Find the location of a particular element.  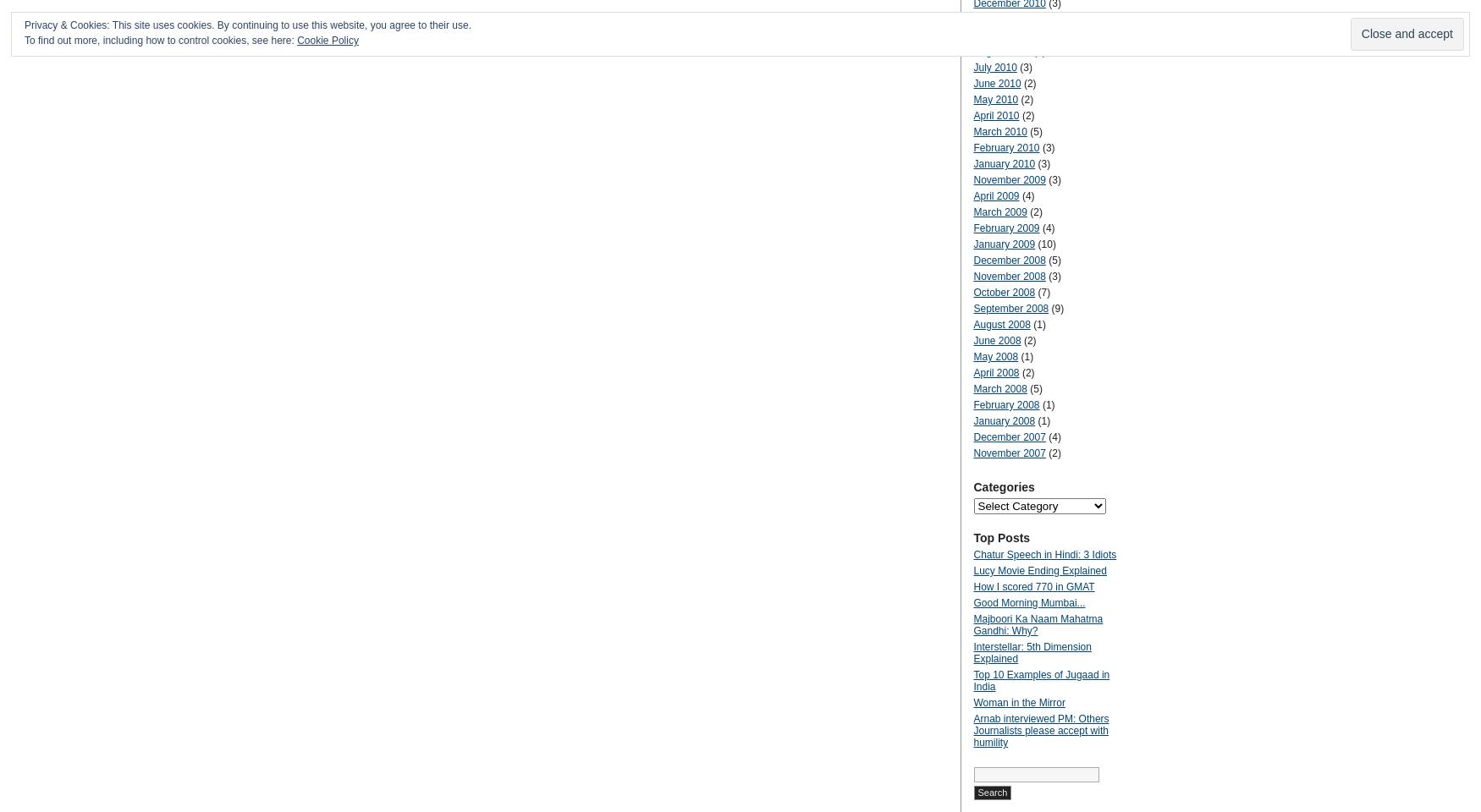

'April 2009' is located at coordinates (995, 196).